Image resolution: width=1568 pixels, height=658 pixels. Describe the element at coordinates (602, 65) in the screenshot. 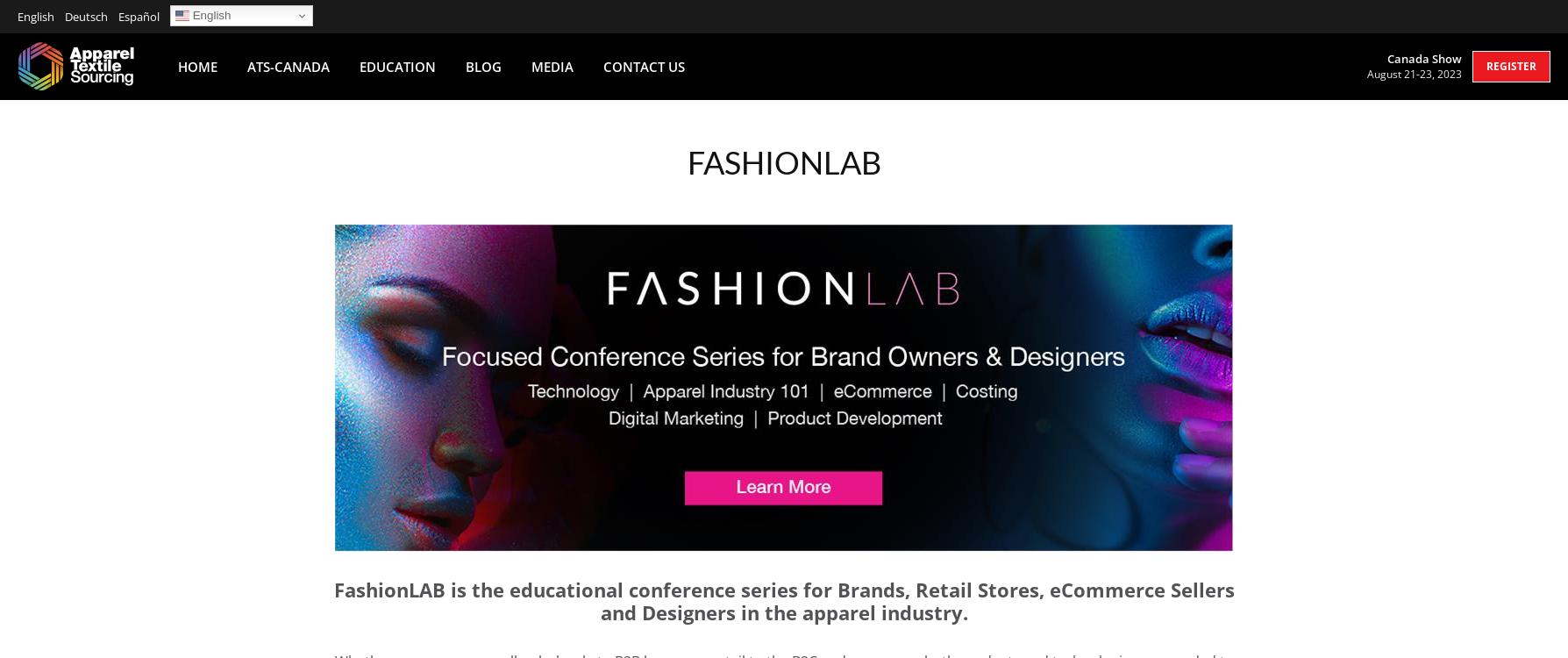

I see `'Contact Us'` at that location.